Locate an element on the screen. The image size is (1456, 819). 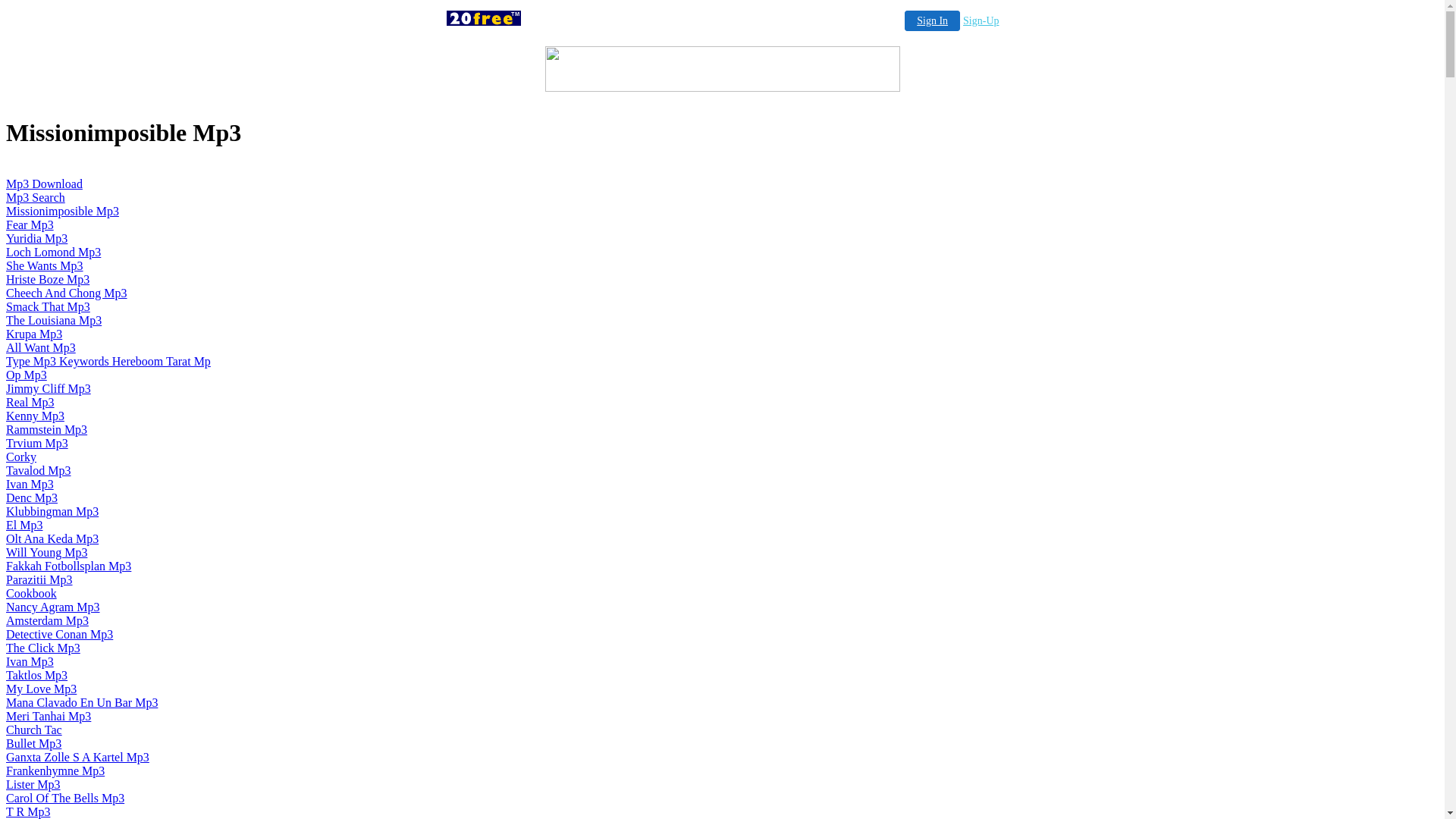
'Rammstein Mp3' is located at coordinates (46, 429).